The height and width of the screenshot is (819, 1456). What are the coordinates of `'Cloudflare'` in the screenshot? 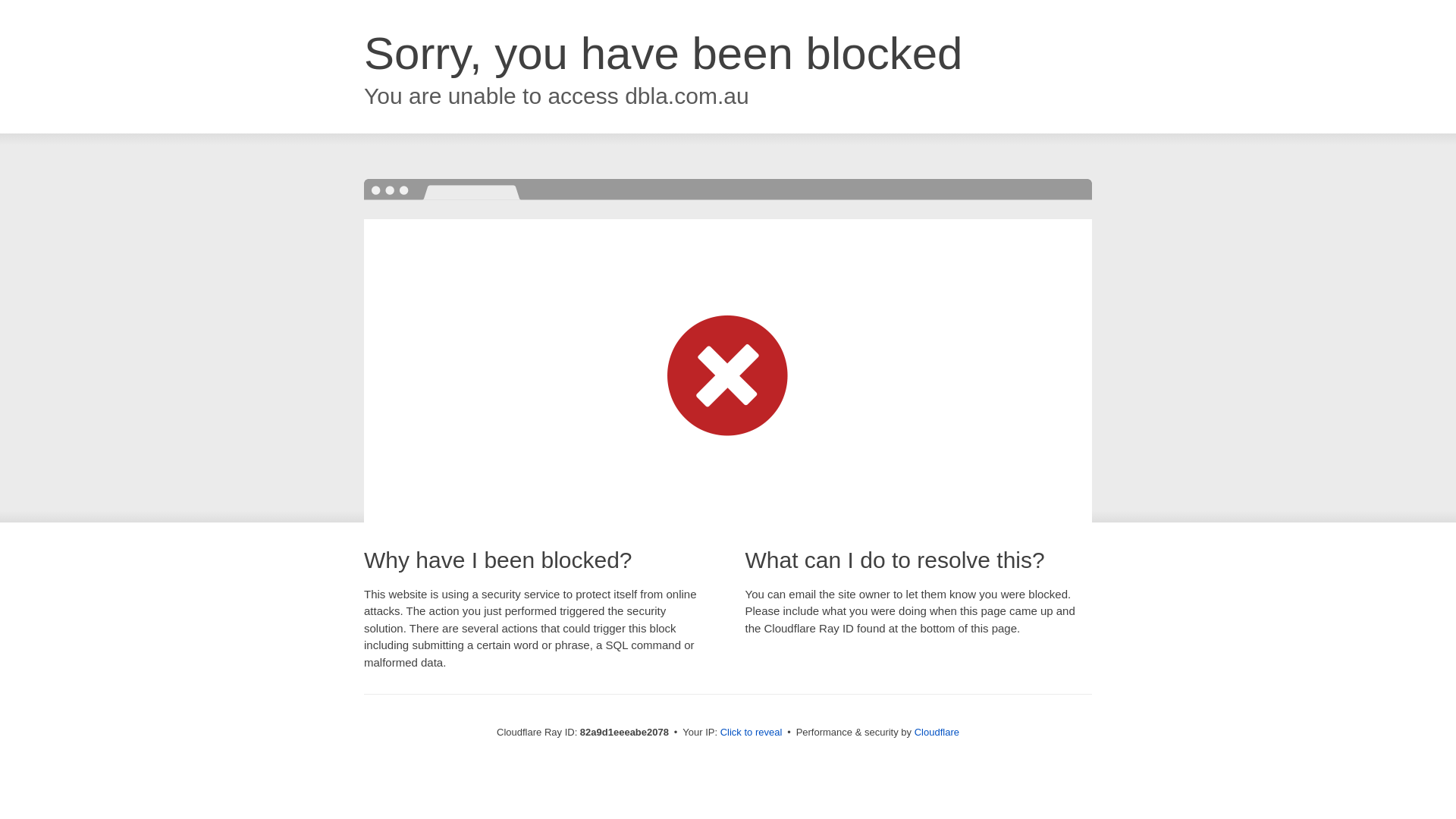 It's located at (936, 731).